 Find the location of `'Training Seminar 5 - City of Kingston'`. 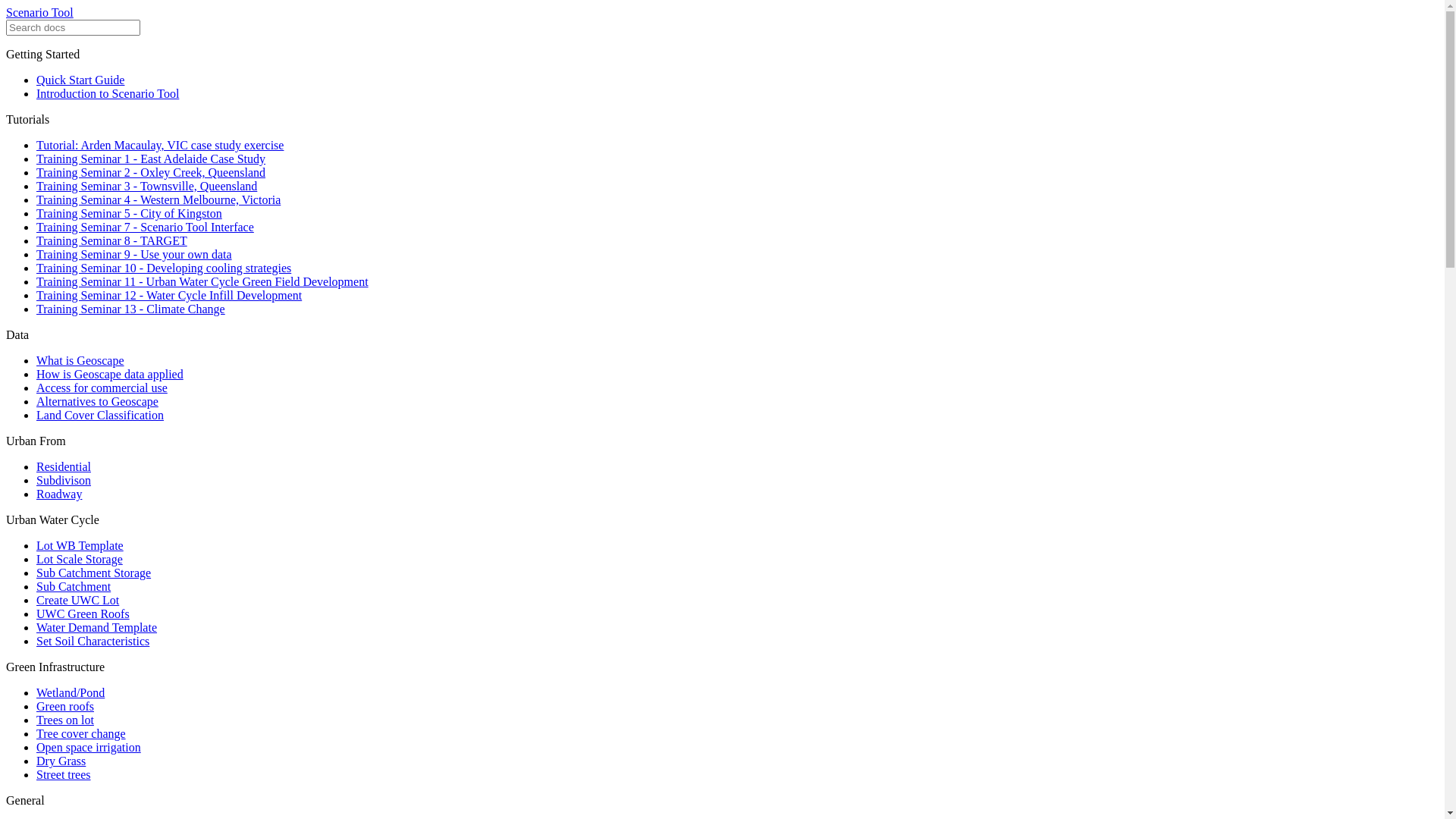

'Training Seminar 5 - City of Kingston' is located at coordinates (36, 213).